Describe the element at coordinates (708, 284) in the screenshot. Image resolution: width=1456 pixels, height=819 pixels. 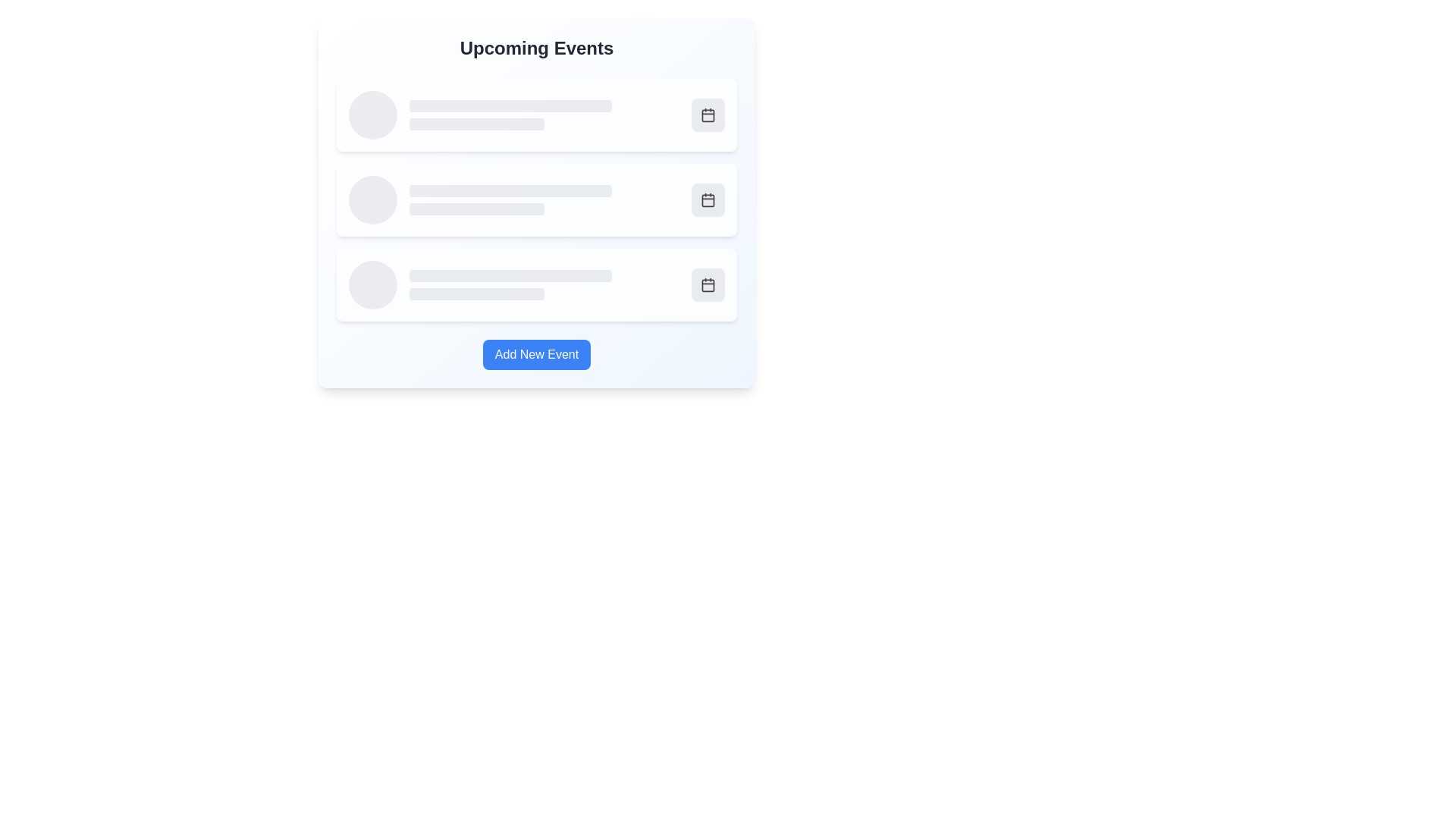
I see `the calendar icon located on the right side of the third row in the 'Upcoming Events' section` at that location.